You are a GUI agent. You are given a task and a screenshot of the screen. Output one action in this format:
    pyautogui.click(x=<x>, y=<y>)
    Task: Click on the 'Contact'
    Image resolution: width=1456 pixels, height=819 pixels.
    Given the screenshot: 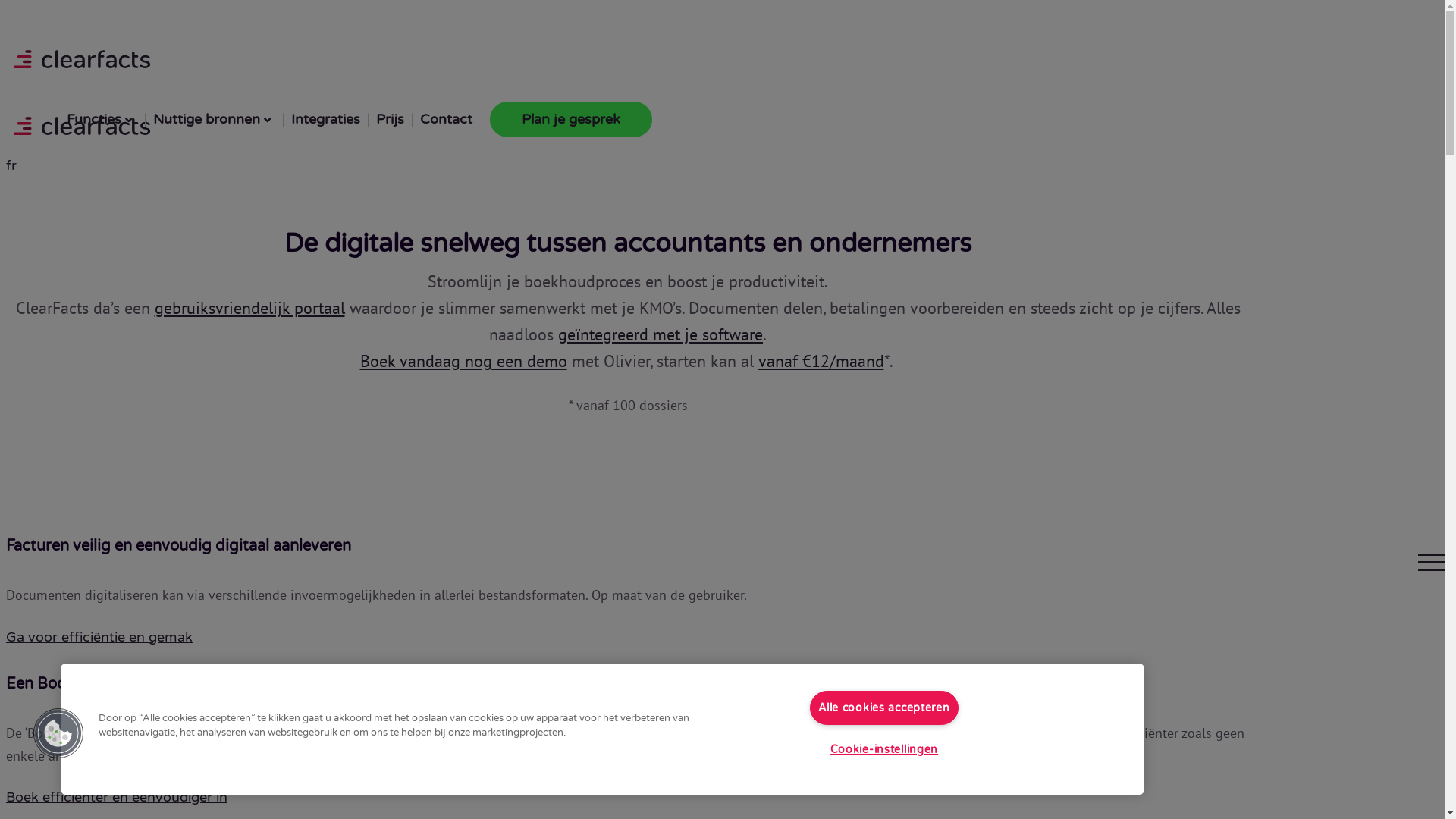 What is the action you would take?
    pyautogui.click(x=445, y=118)
    